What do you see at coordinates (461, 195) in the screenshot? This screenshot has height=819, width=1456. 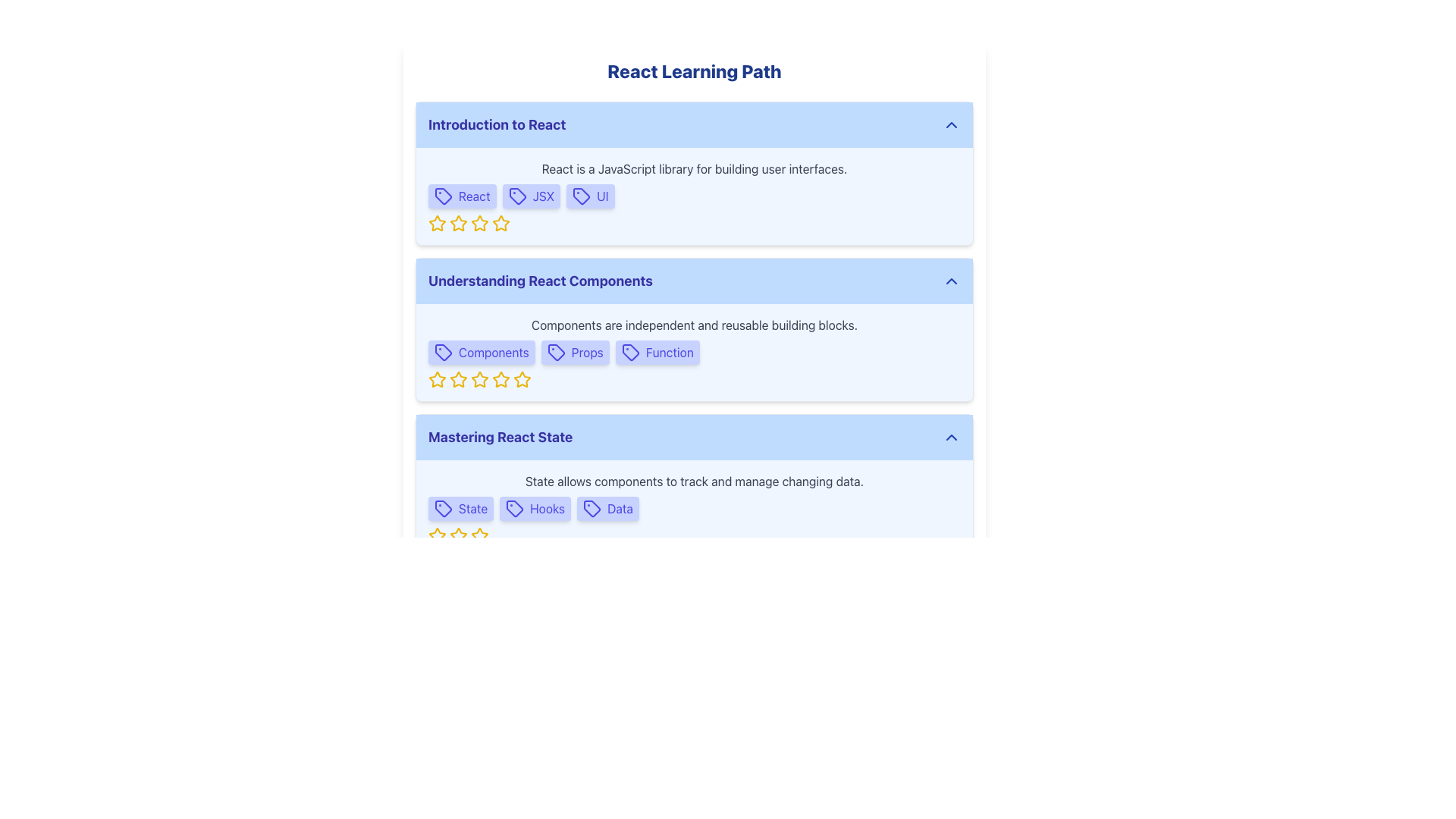 I see `the 'React' tag element that has a light indigo background and dark indigo text, accompanied by a tag icon, located in the 'Introduction to React' section` at bounding box center [461, 195].